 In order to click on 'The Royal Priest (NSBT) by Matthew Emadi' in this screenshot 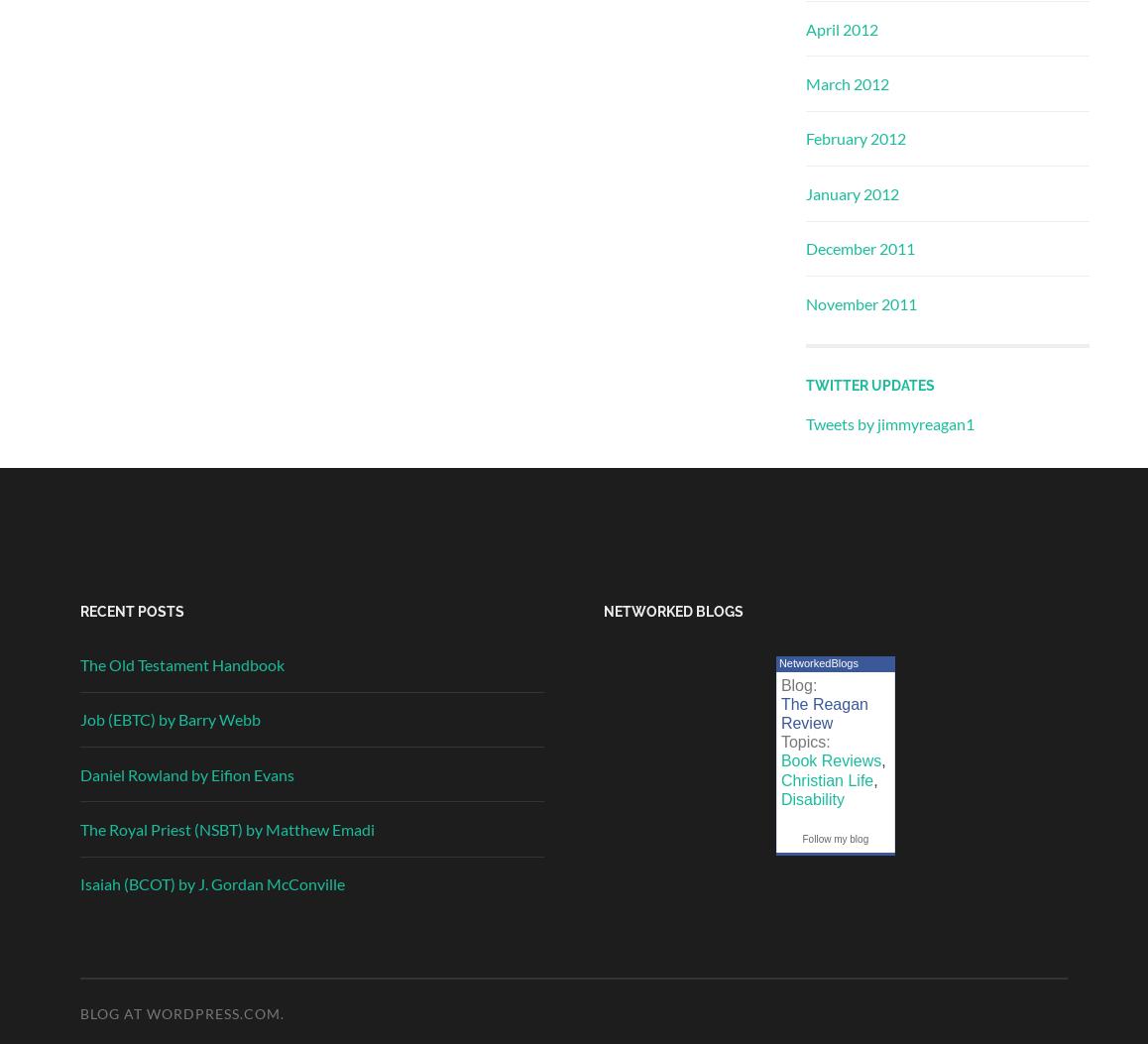, I will do `click(227, 827)`.